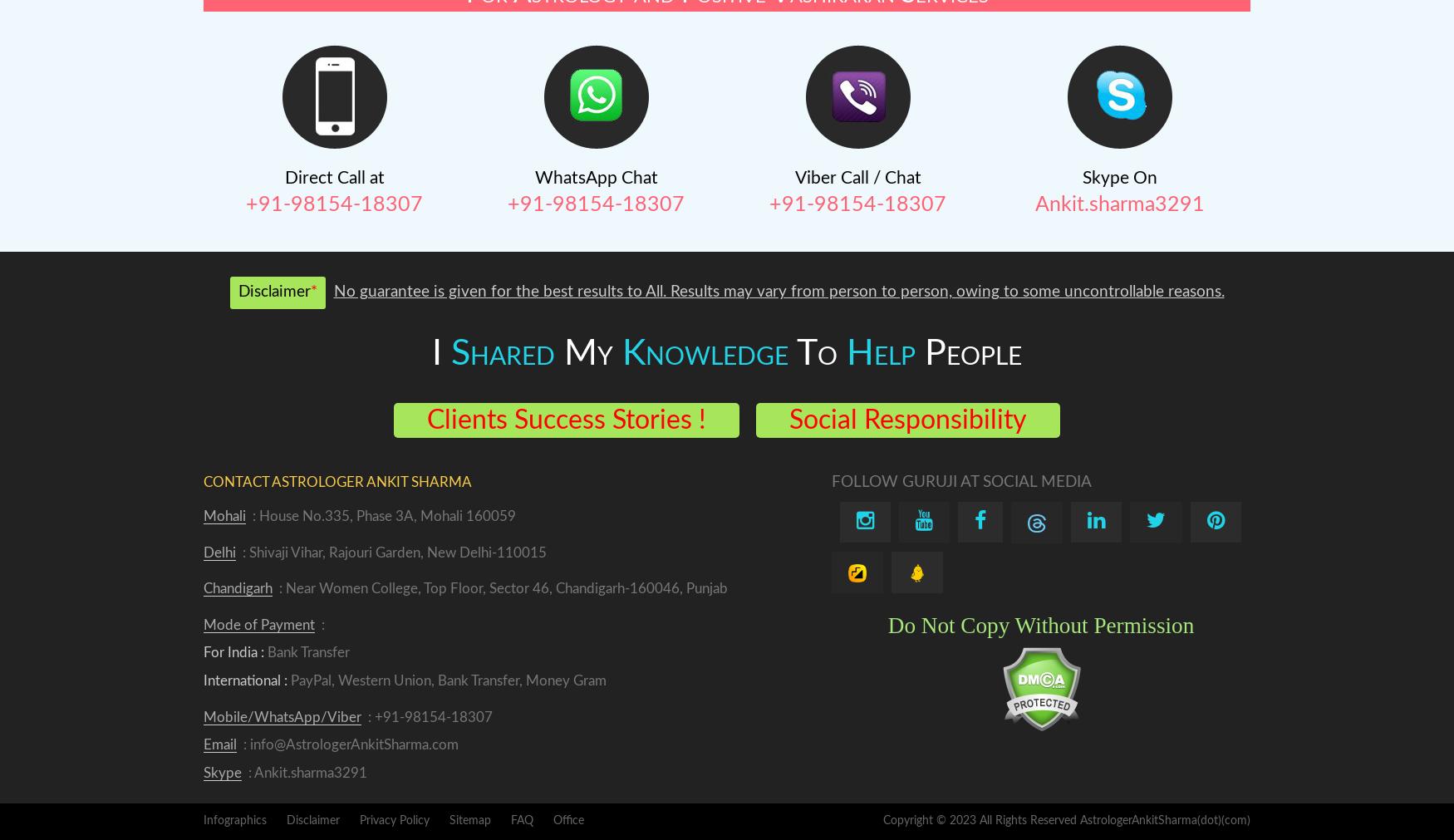 This screenshot has height=840, width=1454. What do you see at coordinates (221, 772) in the screenshot?
I see `'Skype'` at bounding box center [221, 772].